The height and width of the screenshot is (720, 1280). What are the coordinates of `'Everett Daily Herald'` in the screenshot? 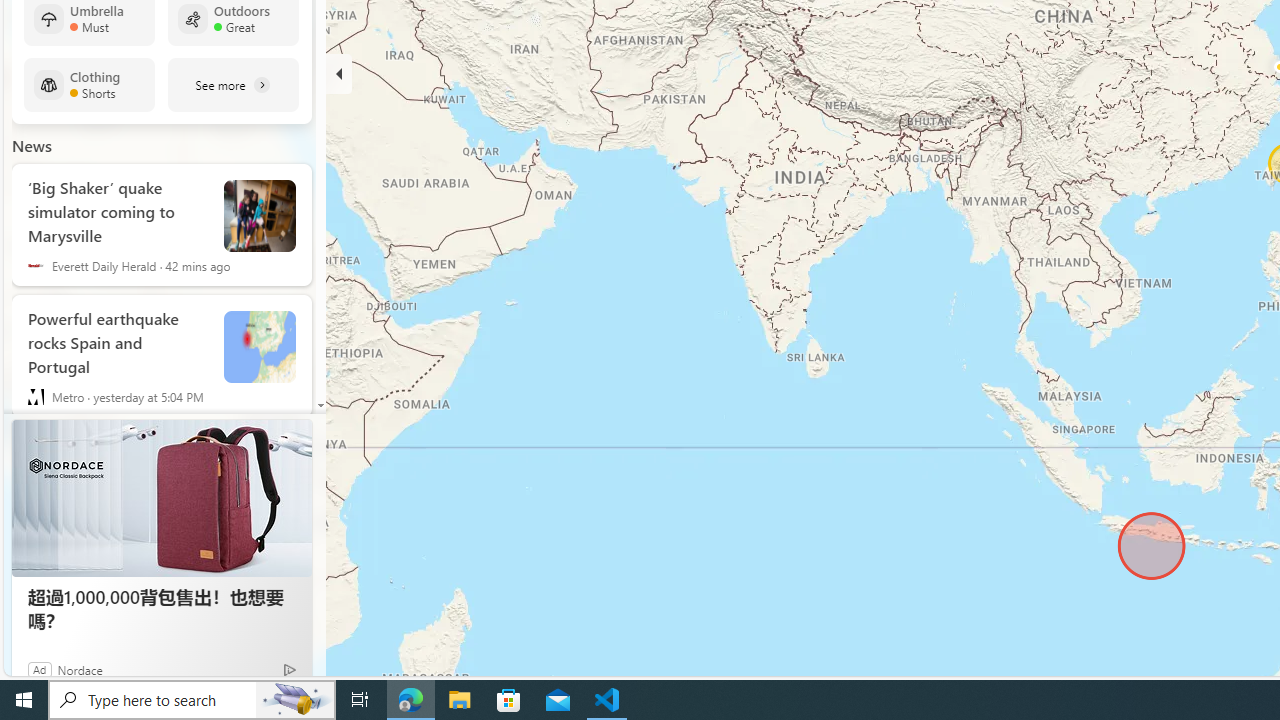 It's located at (35, 265).